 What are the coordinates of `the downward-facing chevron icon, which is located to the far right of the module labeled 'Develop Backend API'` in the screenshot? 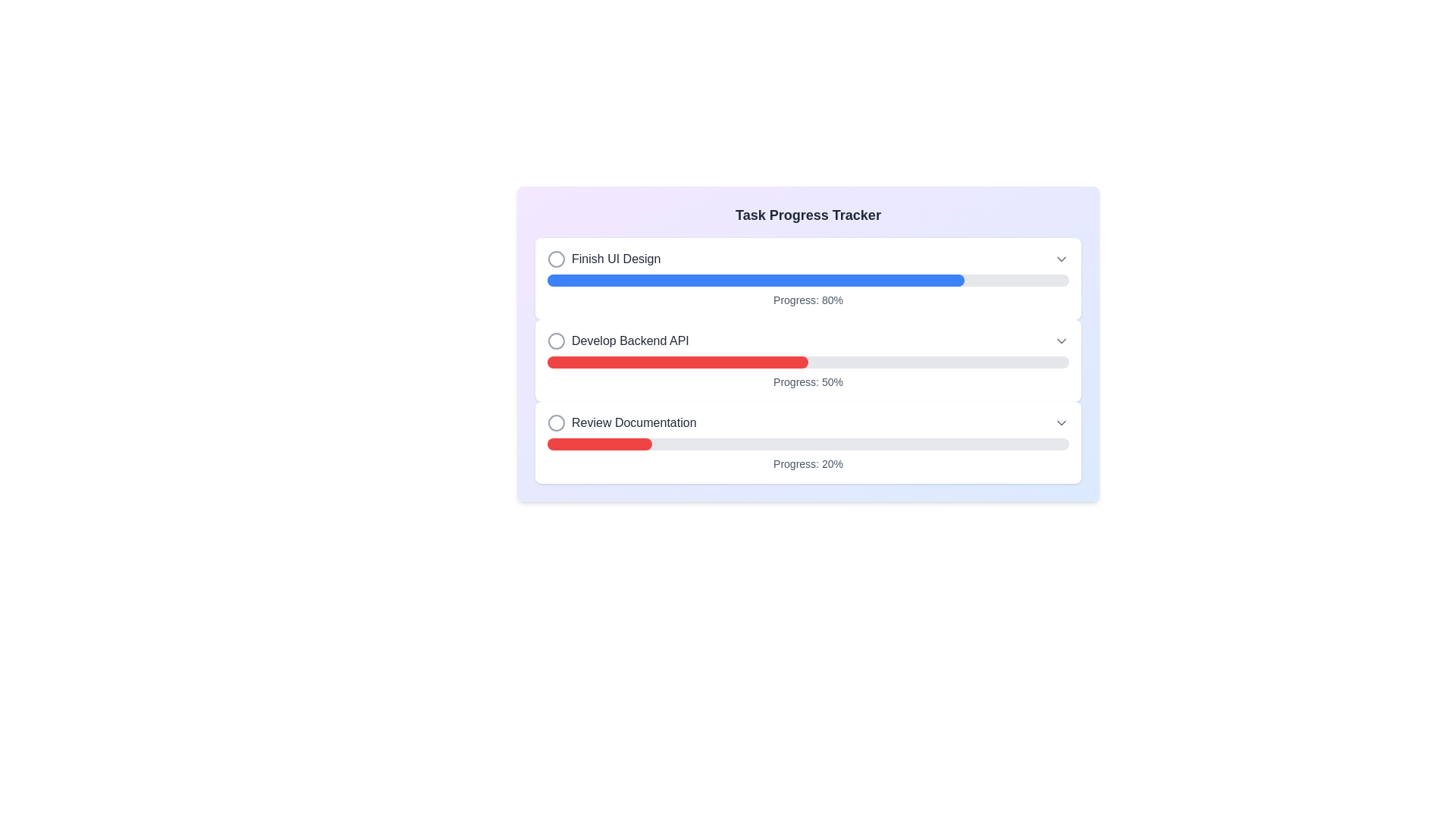 It's located at (1061, 341).